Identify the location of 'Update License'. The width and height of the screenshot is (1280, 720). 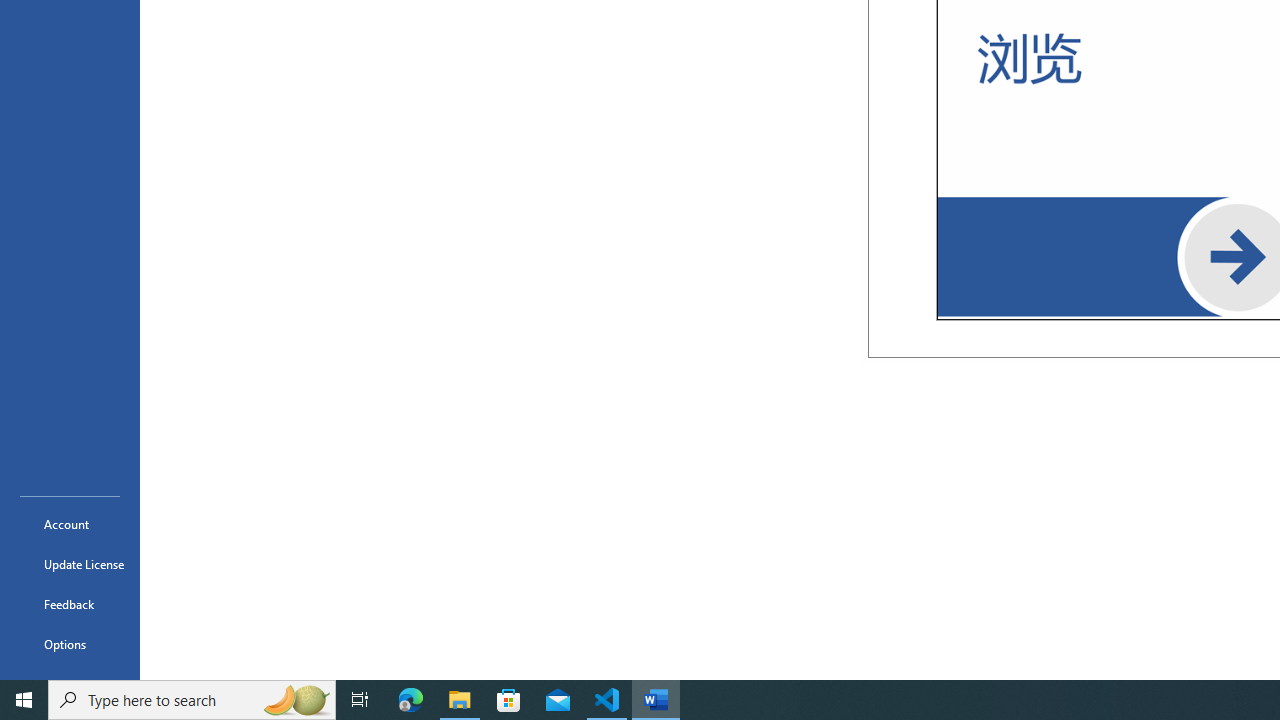
(69, 564).